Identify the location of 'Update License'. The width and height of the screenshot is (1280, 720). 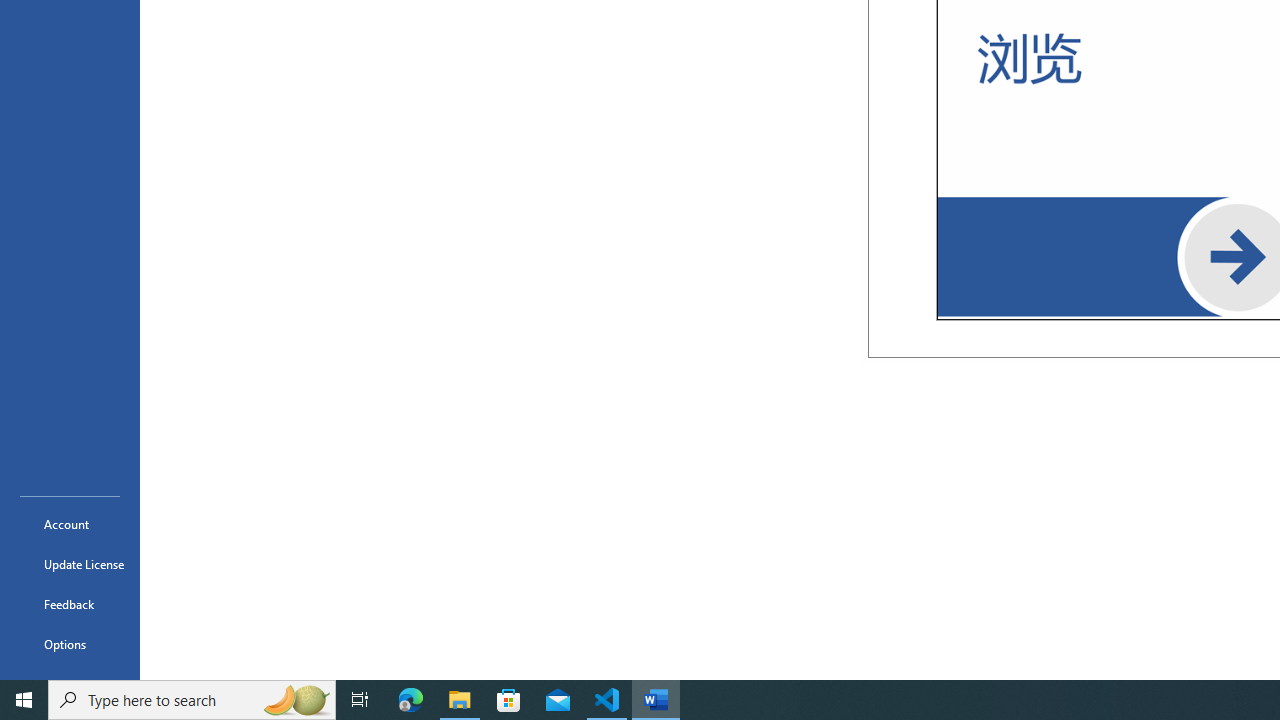
(69, 564).